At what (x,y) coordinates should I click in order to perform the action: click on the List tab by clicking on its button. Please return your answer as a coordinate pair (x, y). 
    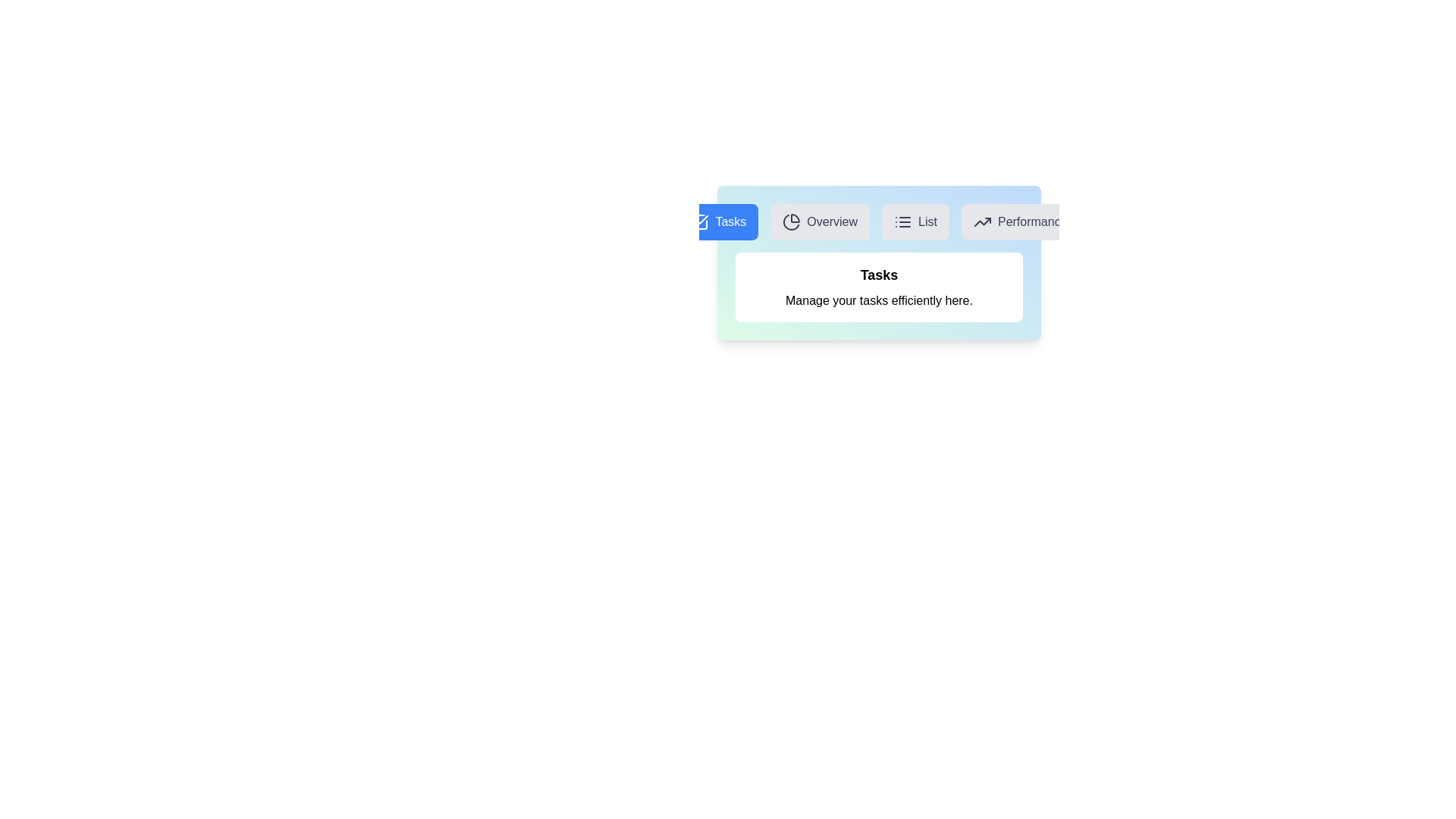
    Looking at the image, I should click on (915, 222).